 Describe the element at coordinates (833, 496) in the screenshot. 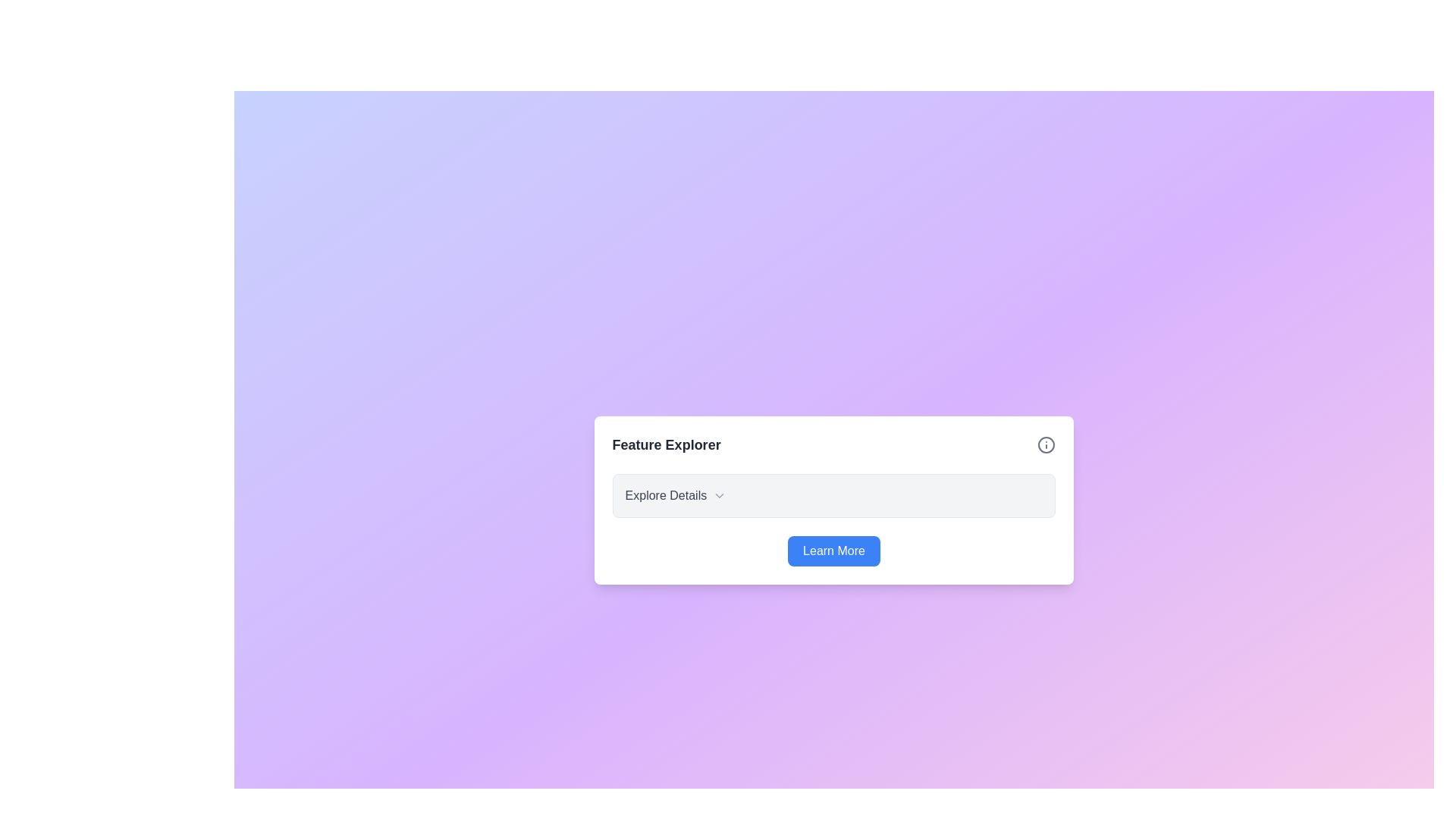

I see `the 'Explore Details' dropdown trigger located within the main card UI component, positioned below the title 'Feature Explorer' and above the 'Learn More' button` at that location.